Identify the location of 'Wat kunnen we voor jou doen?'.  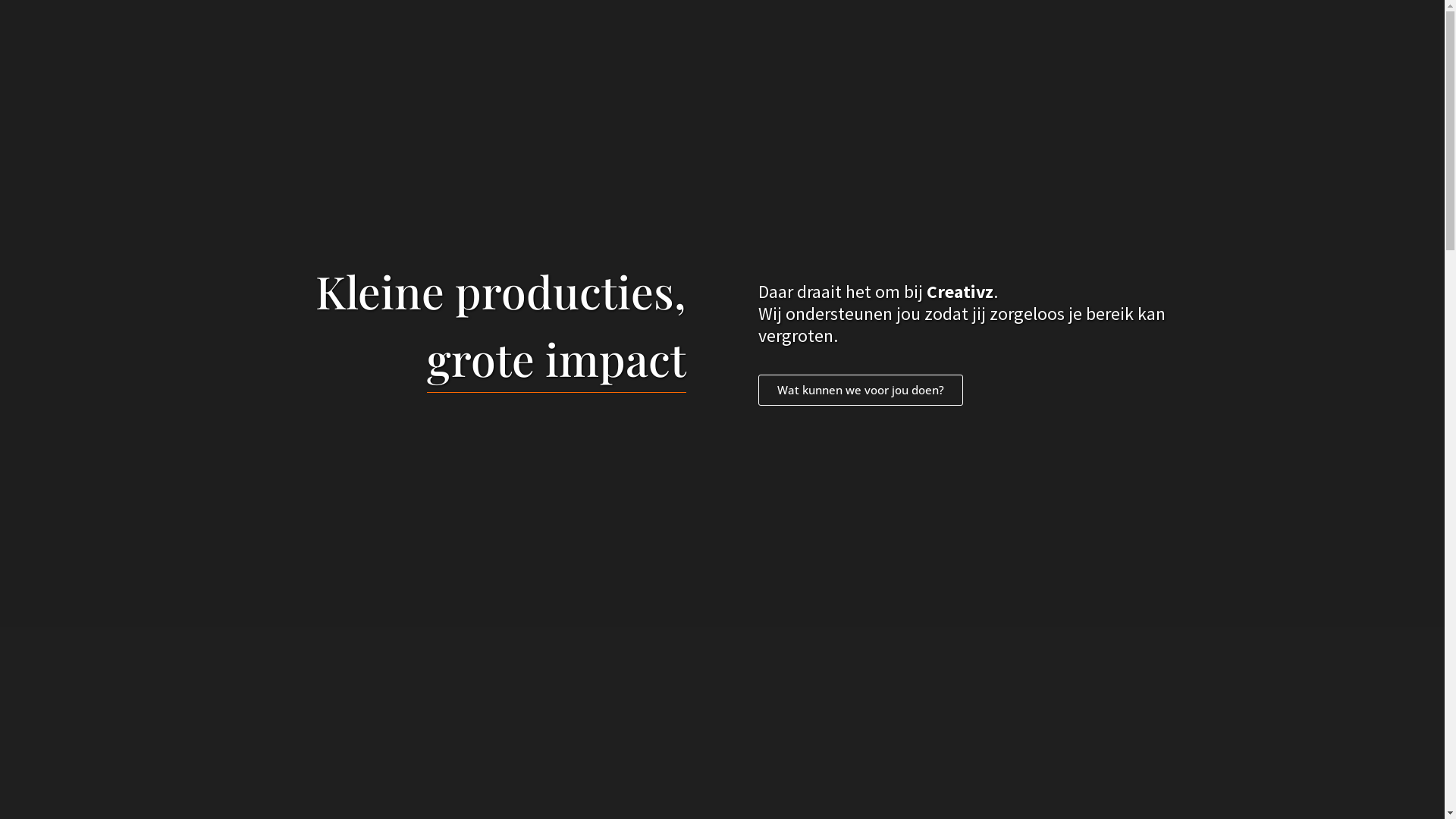
(860, 389).